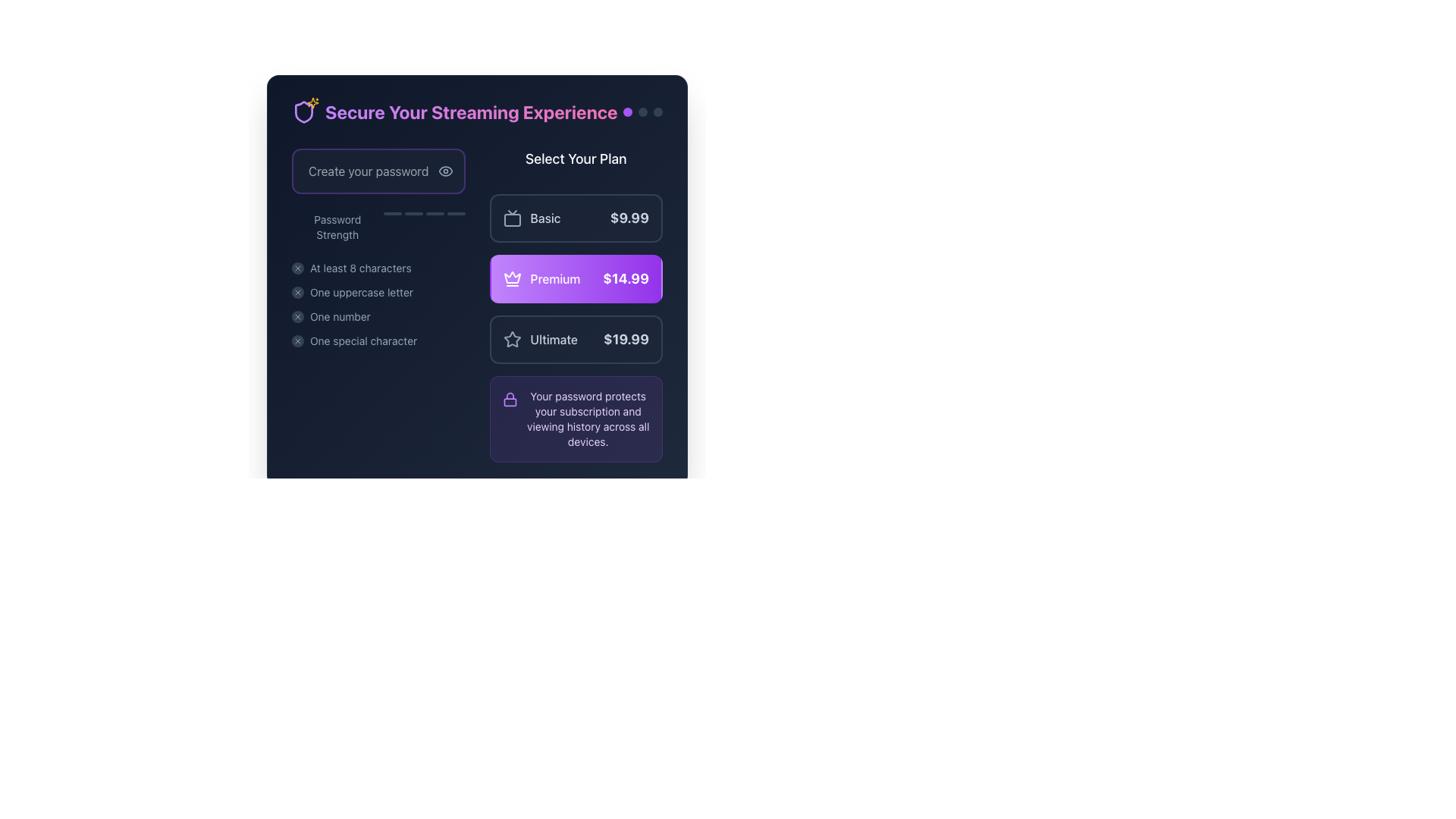 This screenshot has width=1456, height=819. I want to click on the eye-shaped icon button located at the right edge of the 'Create your password' input field, so click(444, 171).